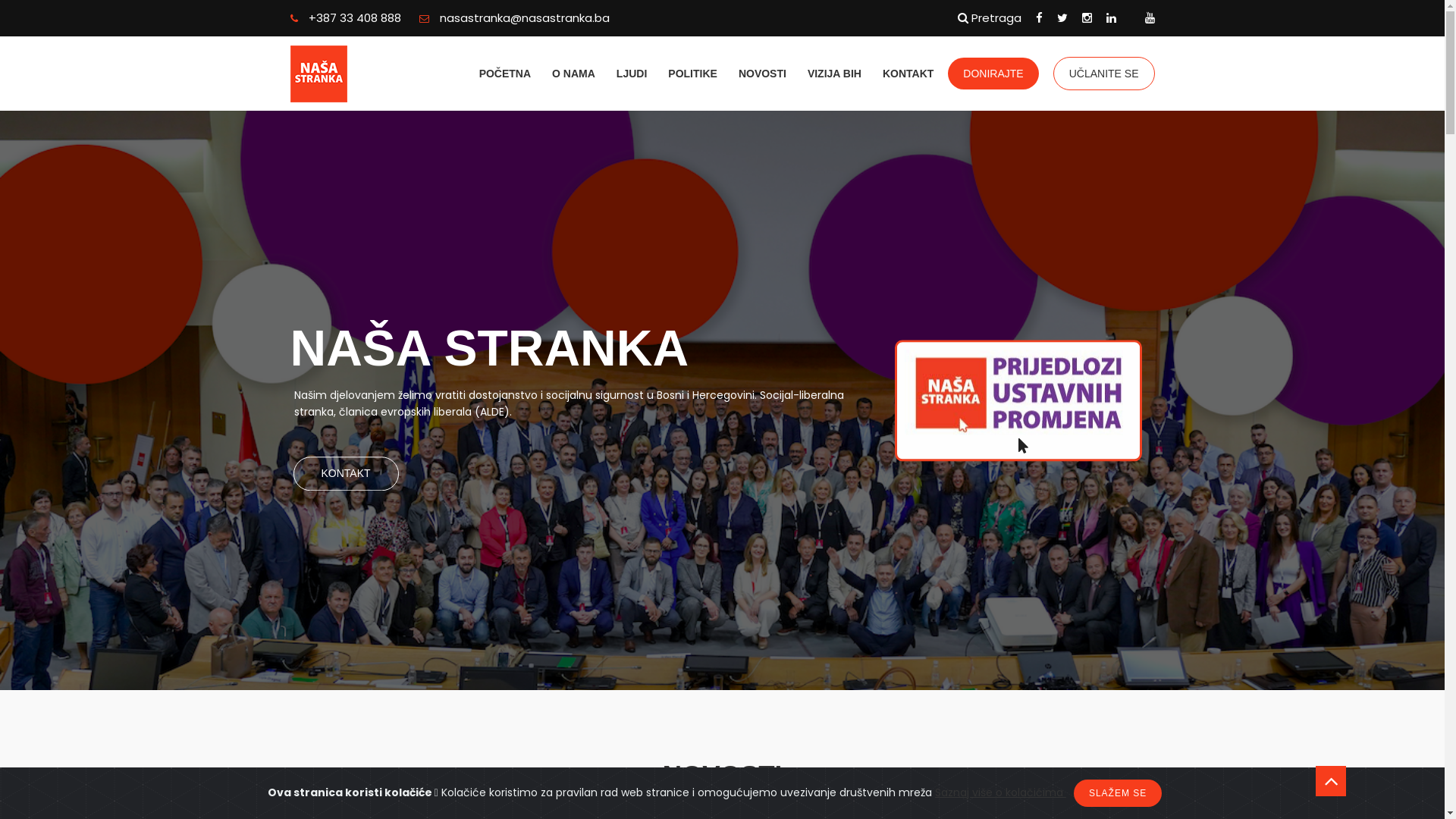  Describe the element at coordinates (739, 73) in the screenshot. I see `'NOVOSTI'` at that location.